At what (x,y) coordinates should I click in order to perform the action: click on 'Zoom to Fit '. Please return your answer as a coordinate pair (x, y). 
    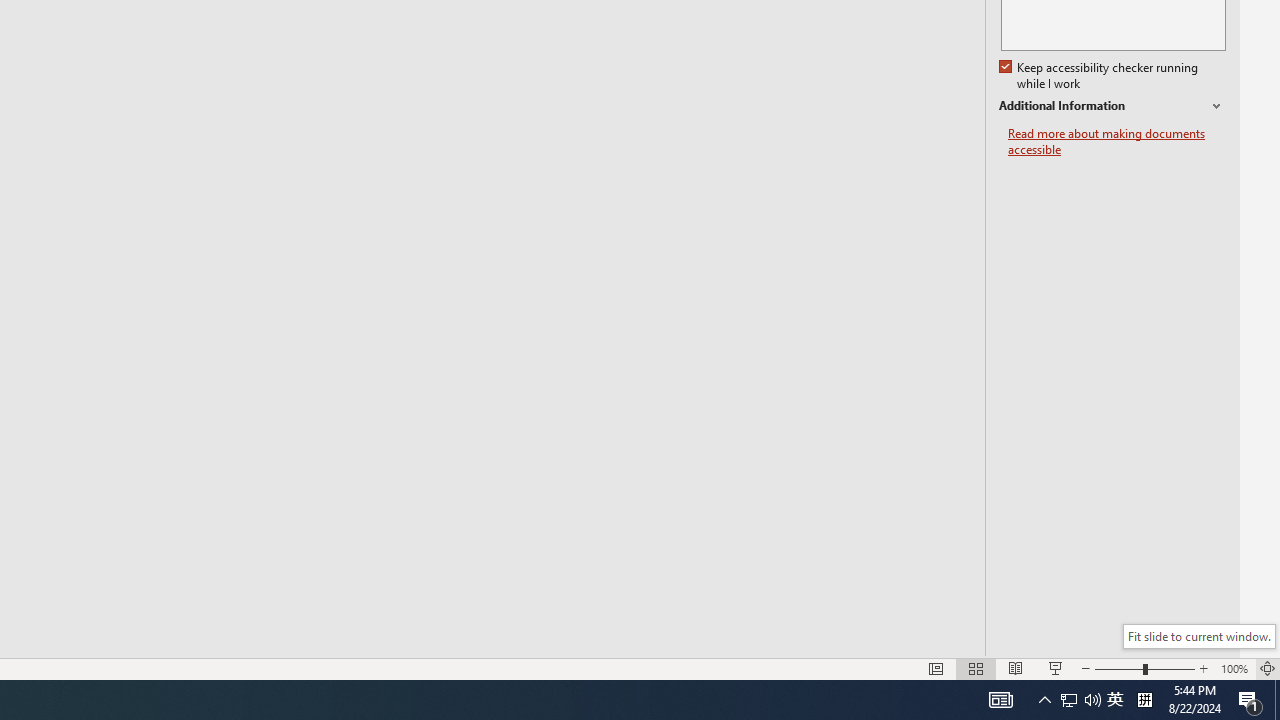
    Looking at the image, I should click on (1266, 669).